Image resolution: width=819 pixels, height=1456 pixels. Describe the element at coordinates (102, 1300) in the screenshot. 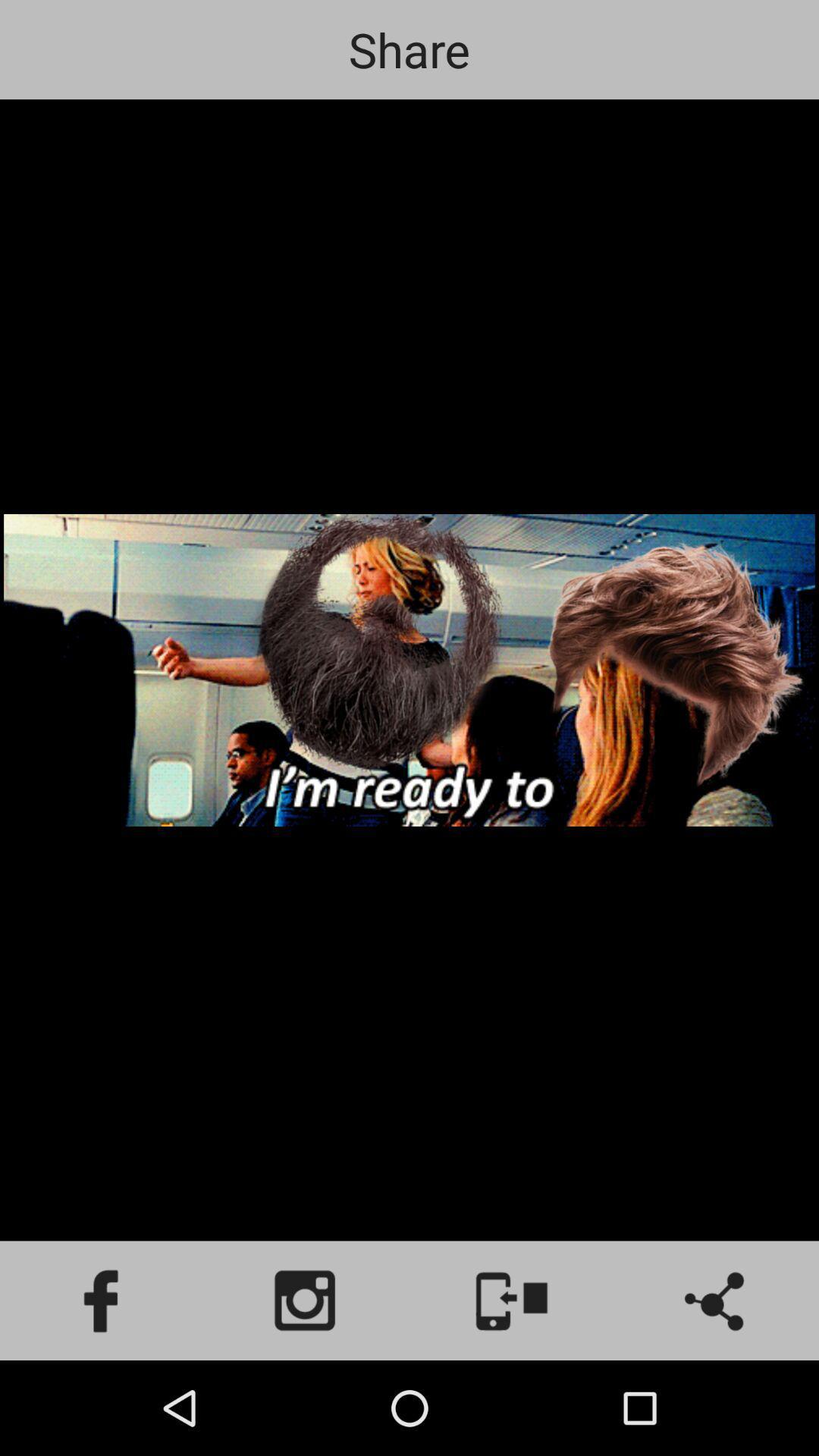

I see `facebook` at that location.